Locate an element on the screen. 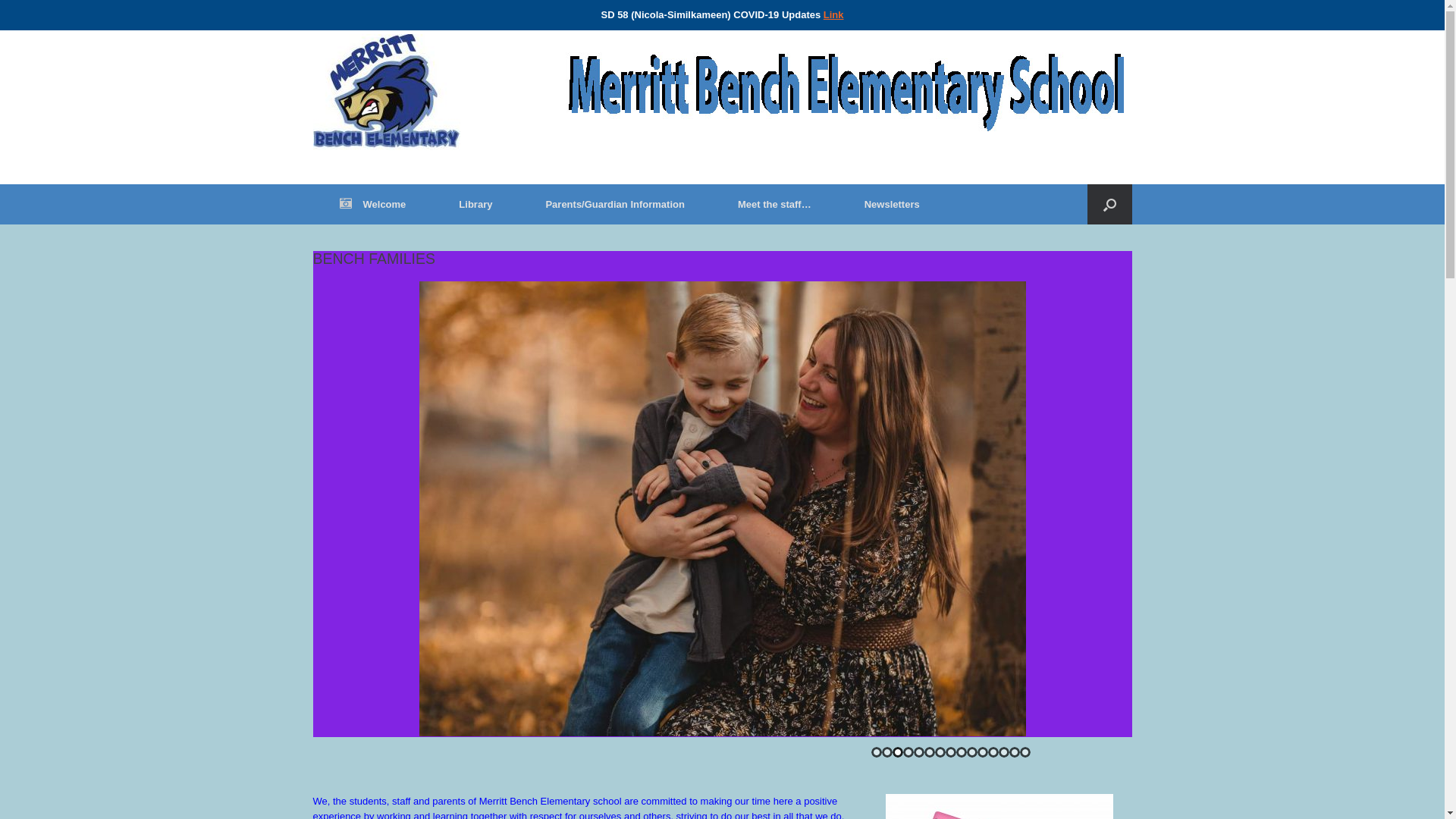  '2' is located at coordinates (886, 752).